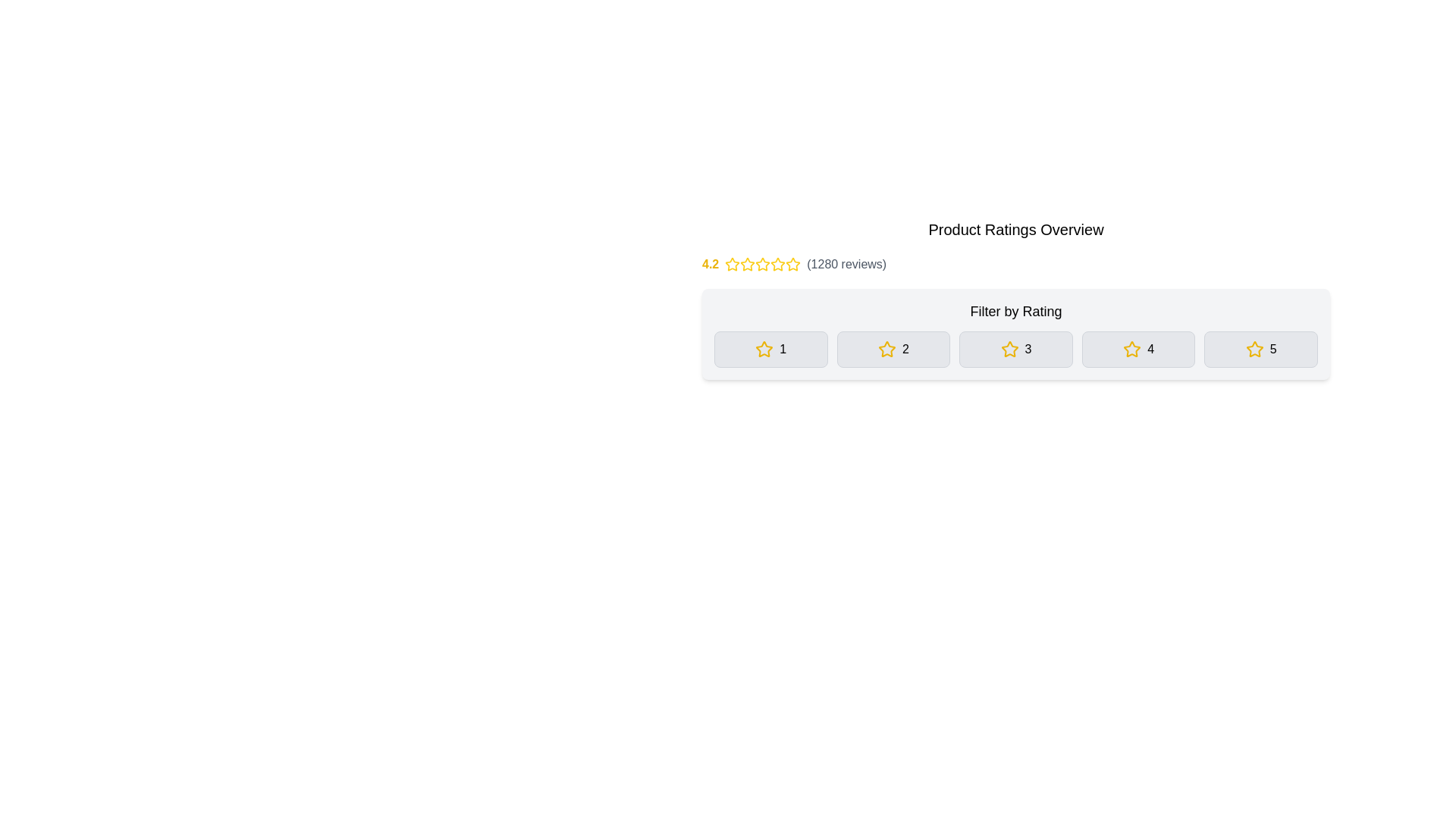 The height and width of the screenshot is (819, 1456). I want to click on the static text displaying the numeral '1', which represents the first rating level in the filter system, located to the right of the yellow star icon, so click(783, 350).